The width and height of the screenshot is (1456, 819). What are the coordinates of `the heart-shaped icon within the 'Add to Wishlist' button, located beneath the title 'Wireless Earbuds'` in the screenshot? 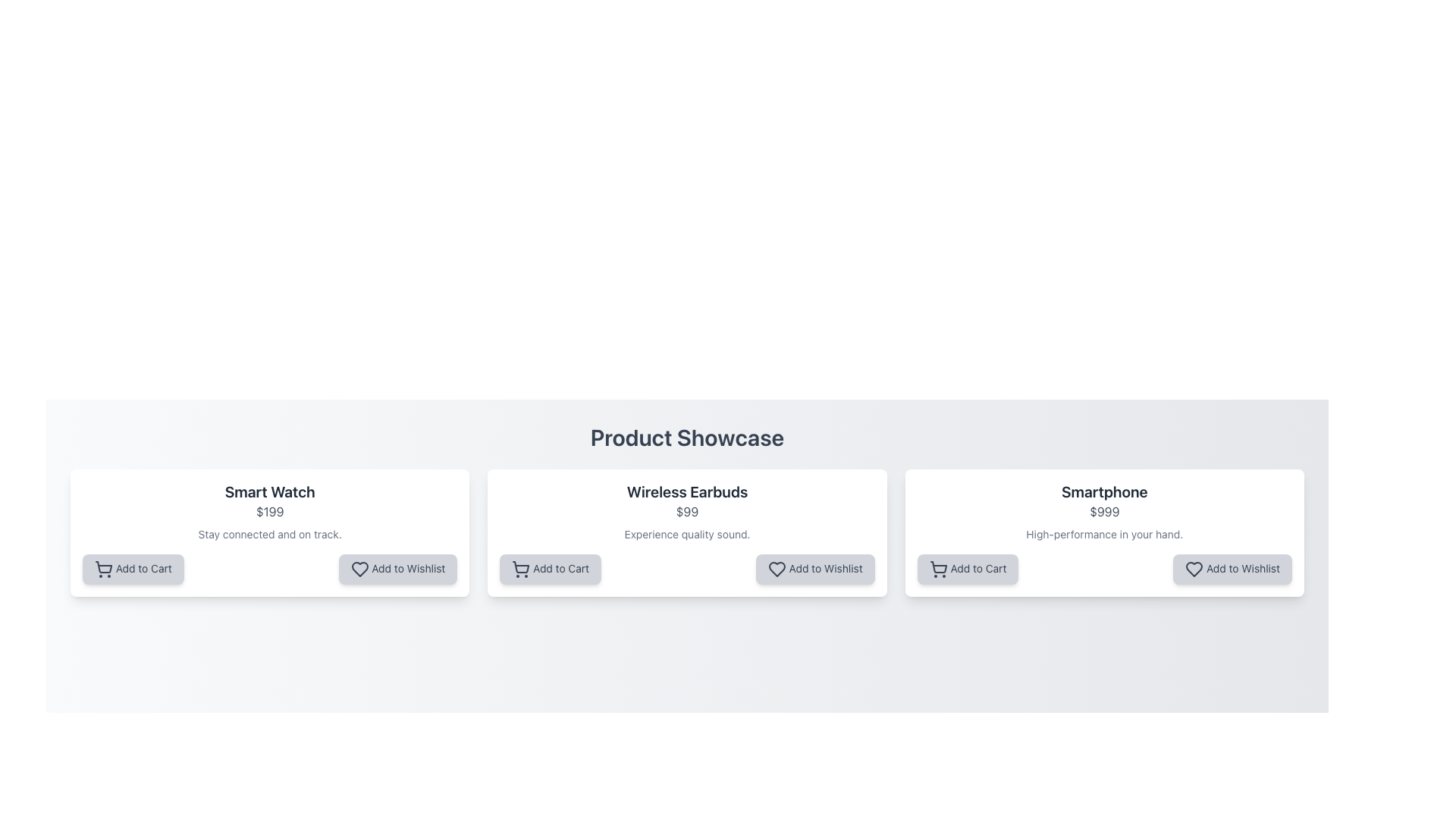 It's located at (777, 570).